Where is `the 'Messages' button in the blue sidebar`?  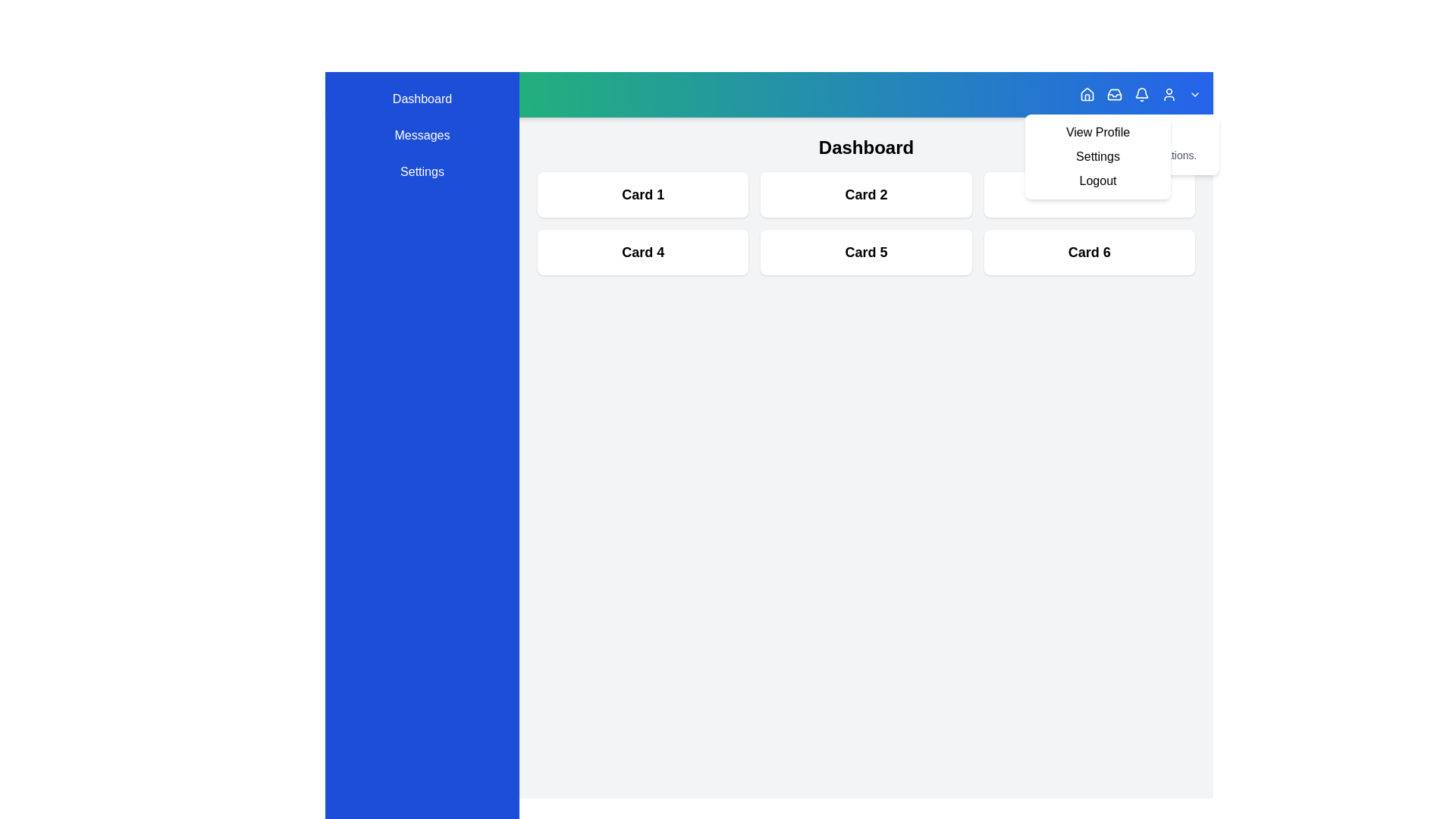 the 'Messages' button in the blue sidebar is located at coordinates (422, 134).